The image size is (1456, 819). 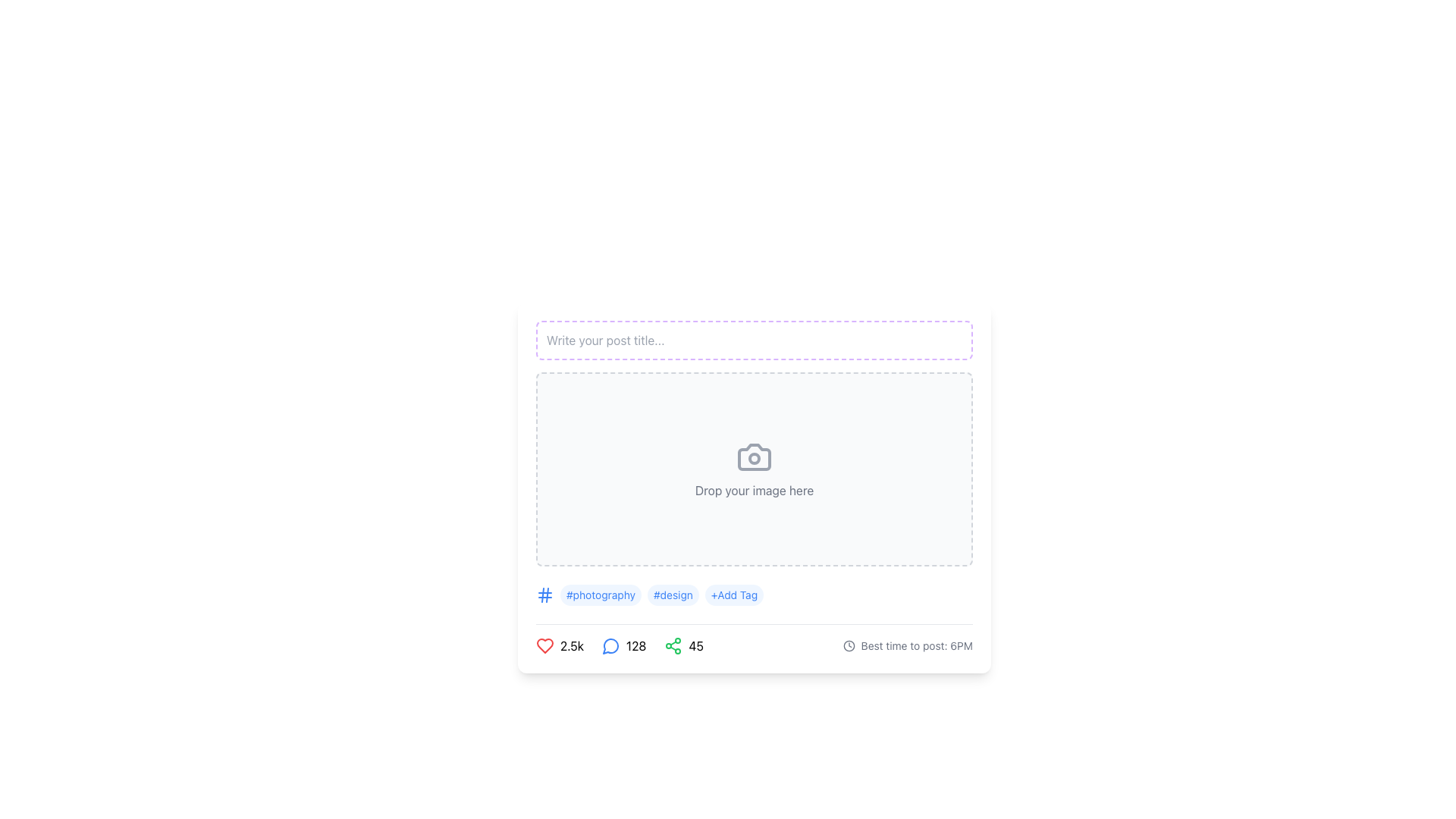 What do you see at coordinates (673, 646) in the screenshot?
I see `the green share icon, which consists of three connected circles forming a triangular pattern, located in the lower section of the interface next to the numeric indicator '45'` at bounding box center [673, 646].